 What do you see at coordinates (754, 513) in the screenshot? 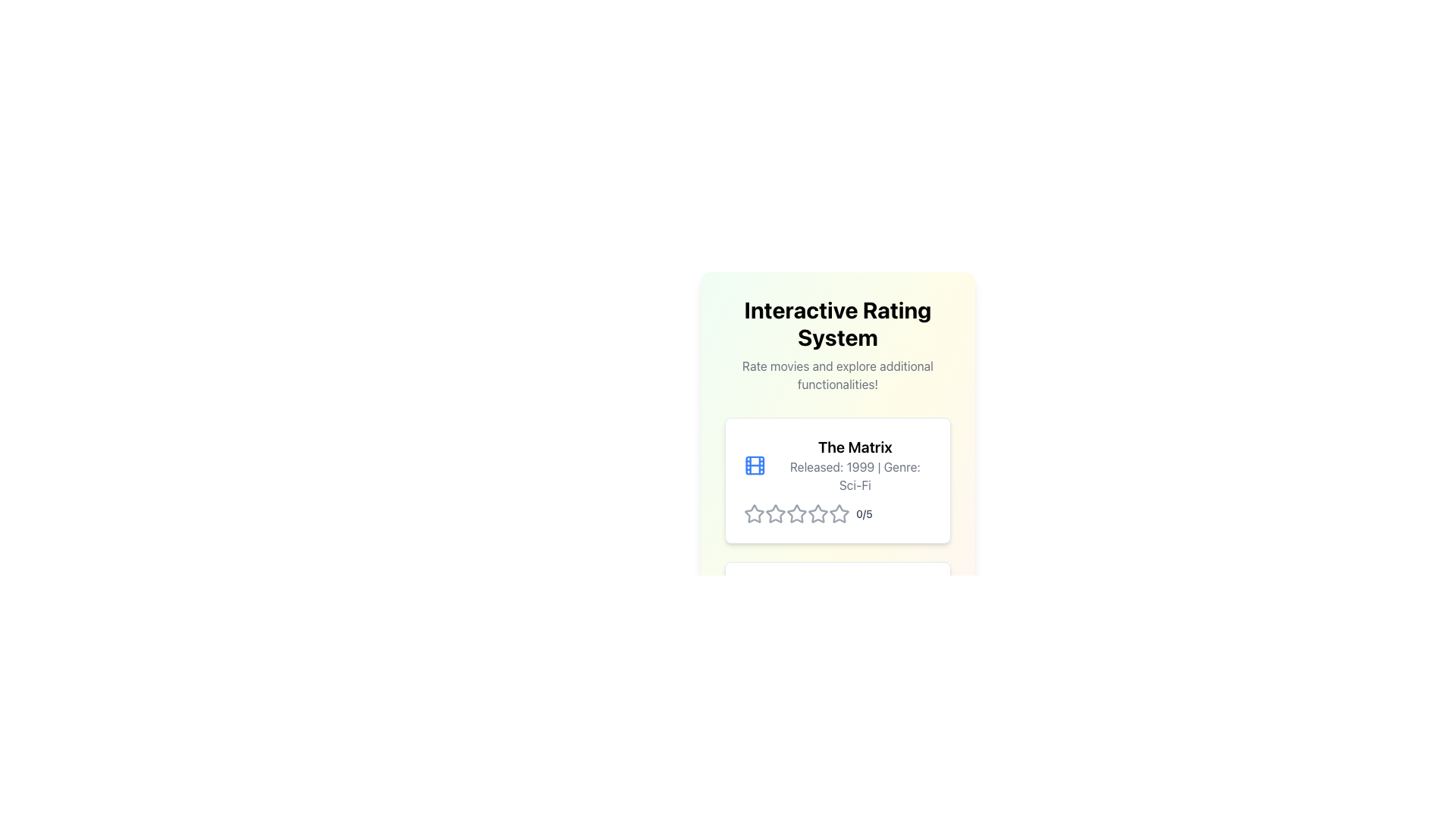
I see `the first star icon used for rating, which is part of a row of five stars below the movie description for 'The Matrix'` at bounding box center [754, 513].